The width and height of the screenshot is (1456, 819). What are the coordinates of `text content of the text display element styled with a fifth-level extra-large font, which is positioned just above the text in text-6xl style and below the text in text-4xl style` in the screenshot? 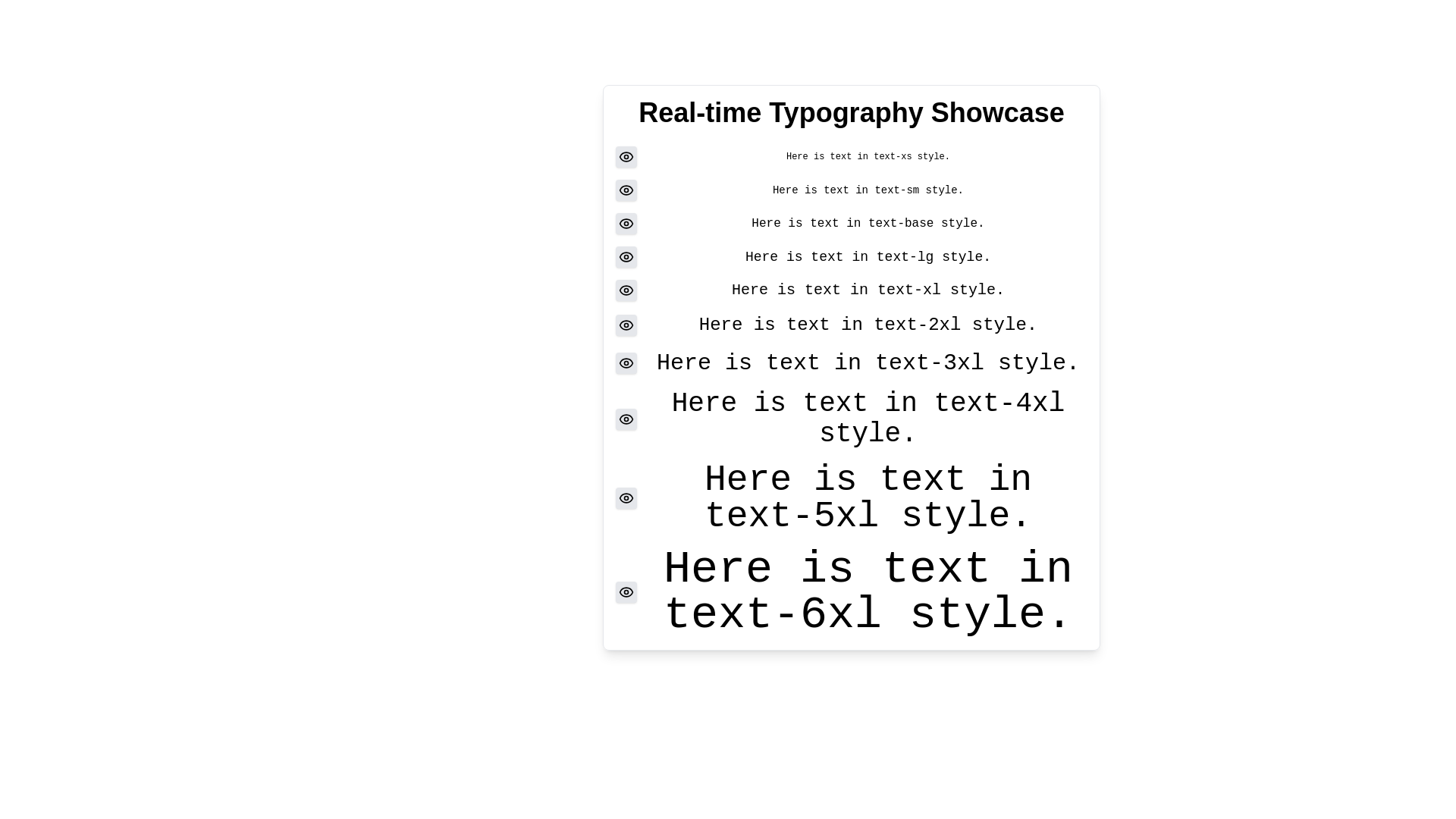 It's located at (852, 497).